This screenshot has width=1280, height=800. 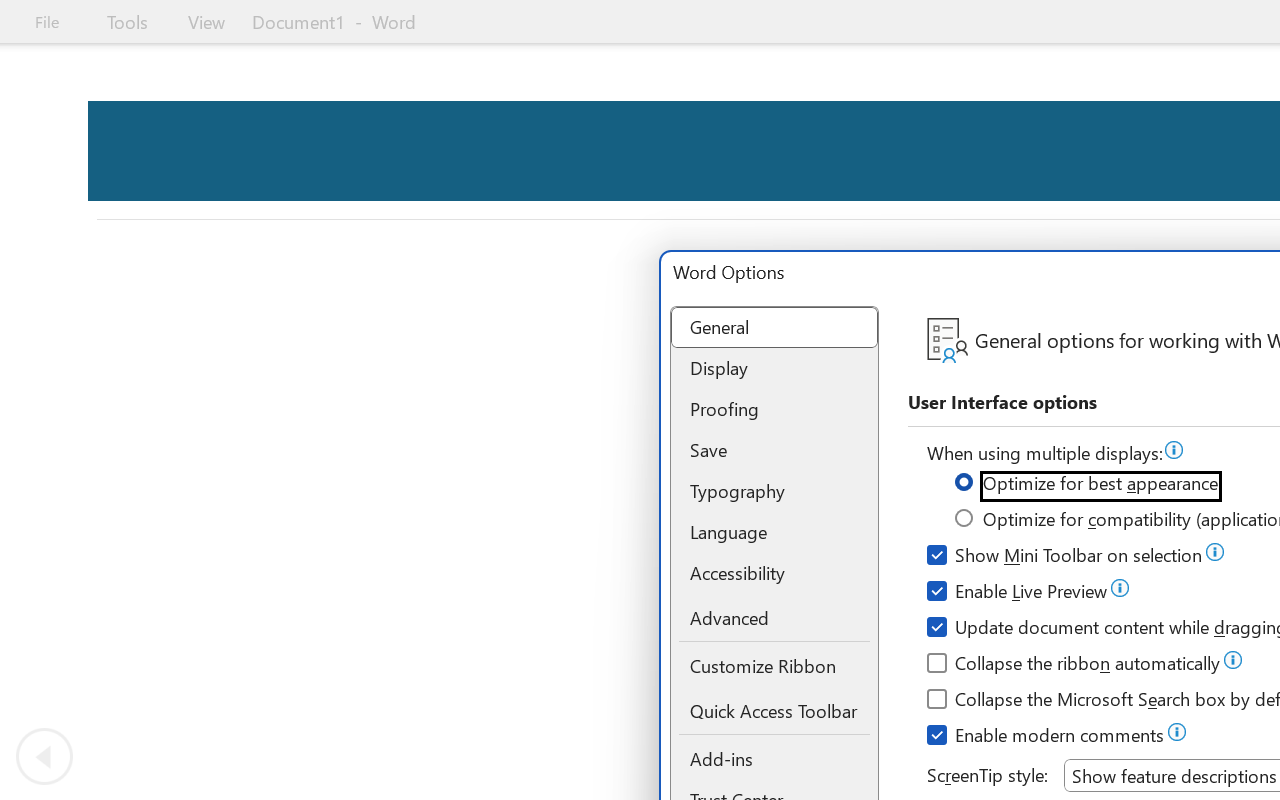 I want to click on 'Enable Live Preview', so click(x=1018, y=593).